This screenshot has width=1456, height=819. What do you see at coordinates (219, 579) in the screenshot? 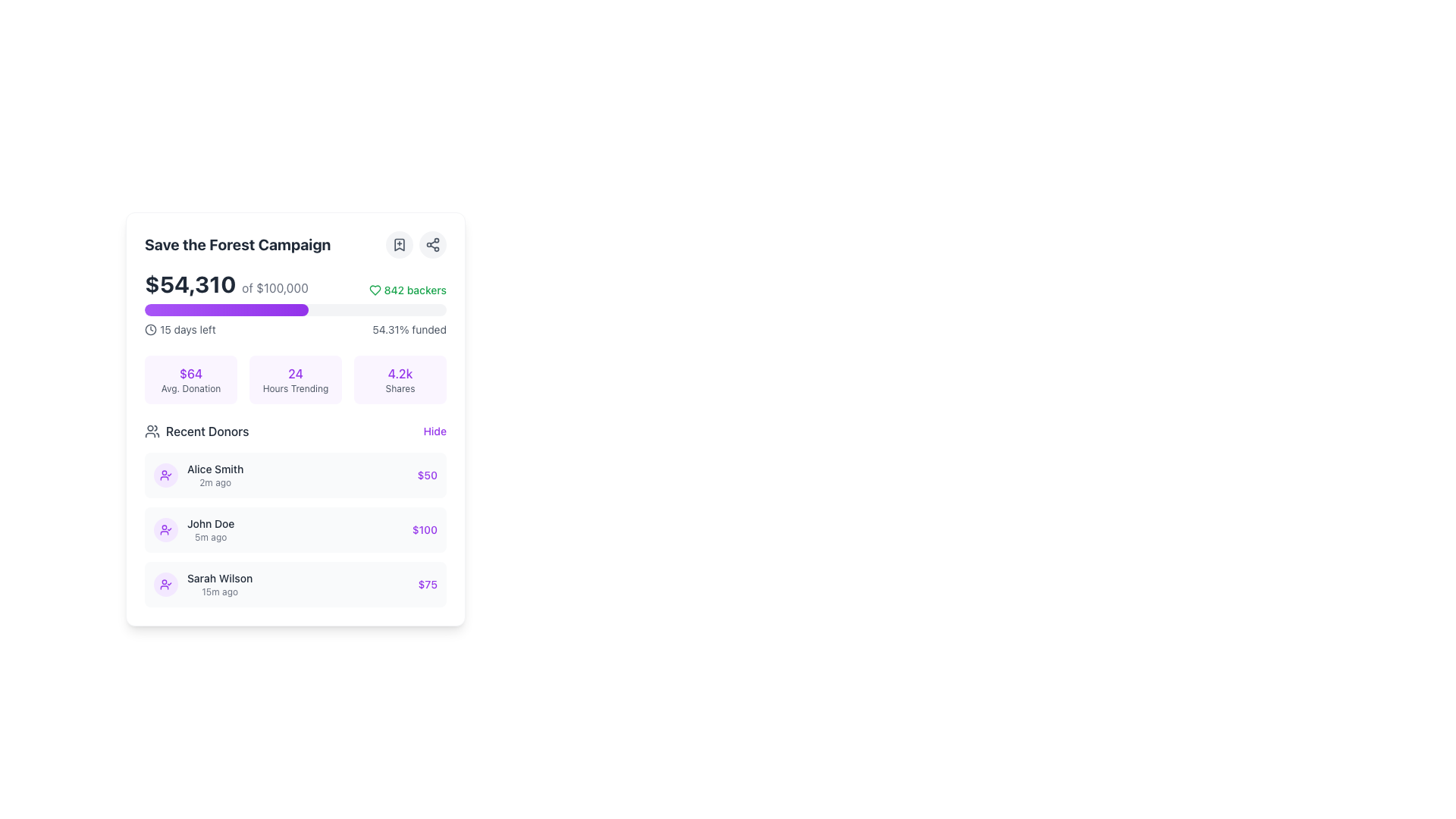
I see `the surrounding elements near the static text displaying 'Sarah Wilson' in the 'Recent Donors' section to perform contextual actions` at bounding box center [219, 579].